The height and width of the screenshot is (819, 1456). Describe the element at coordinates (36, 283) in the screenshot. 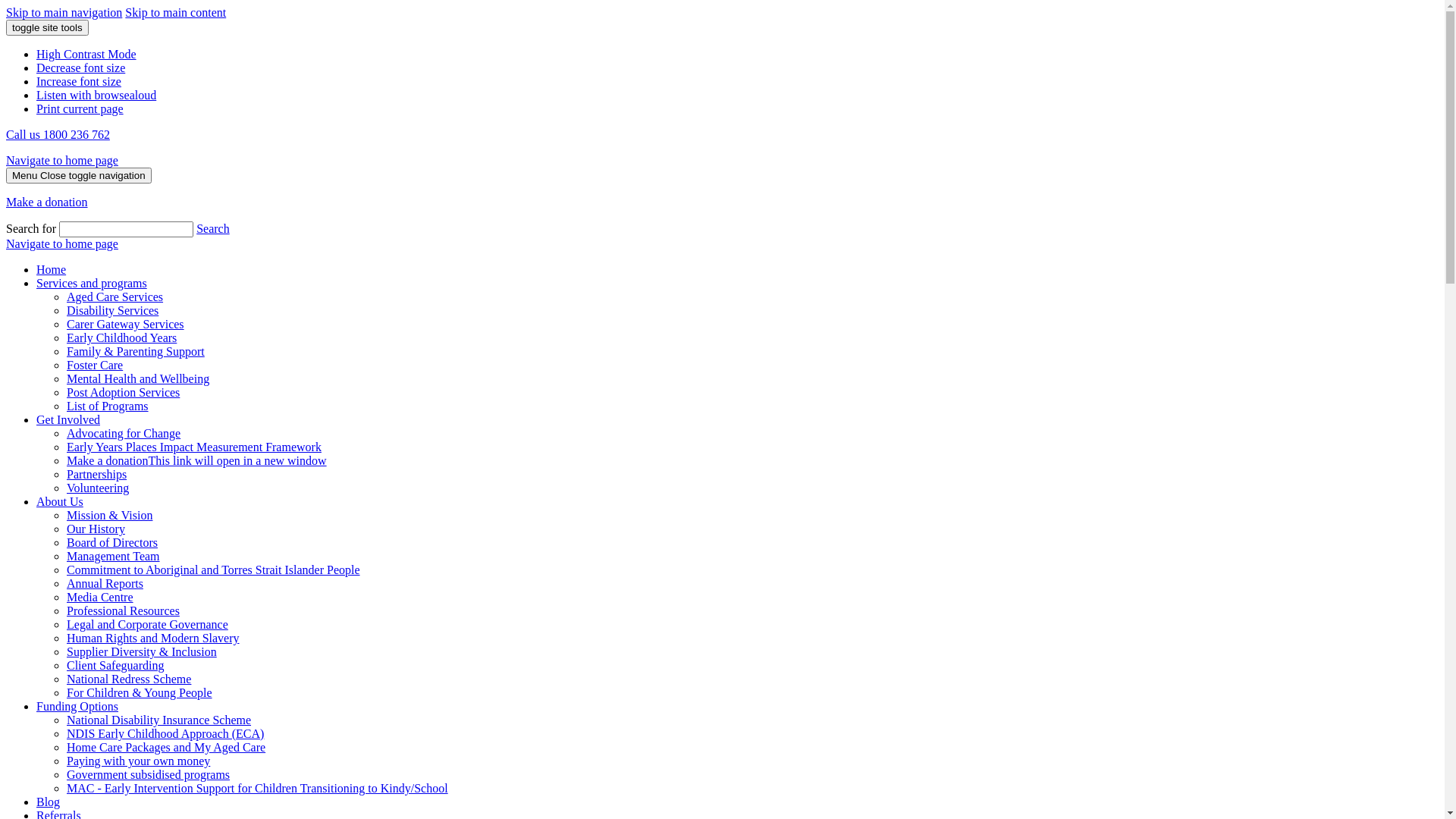

I see `'Services and programs'` at that location.